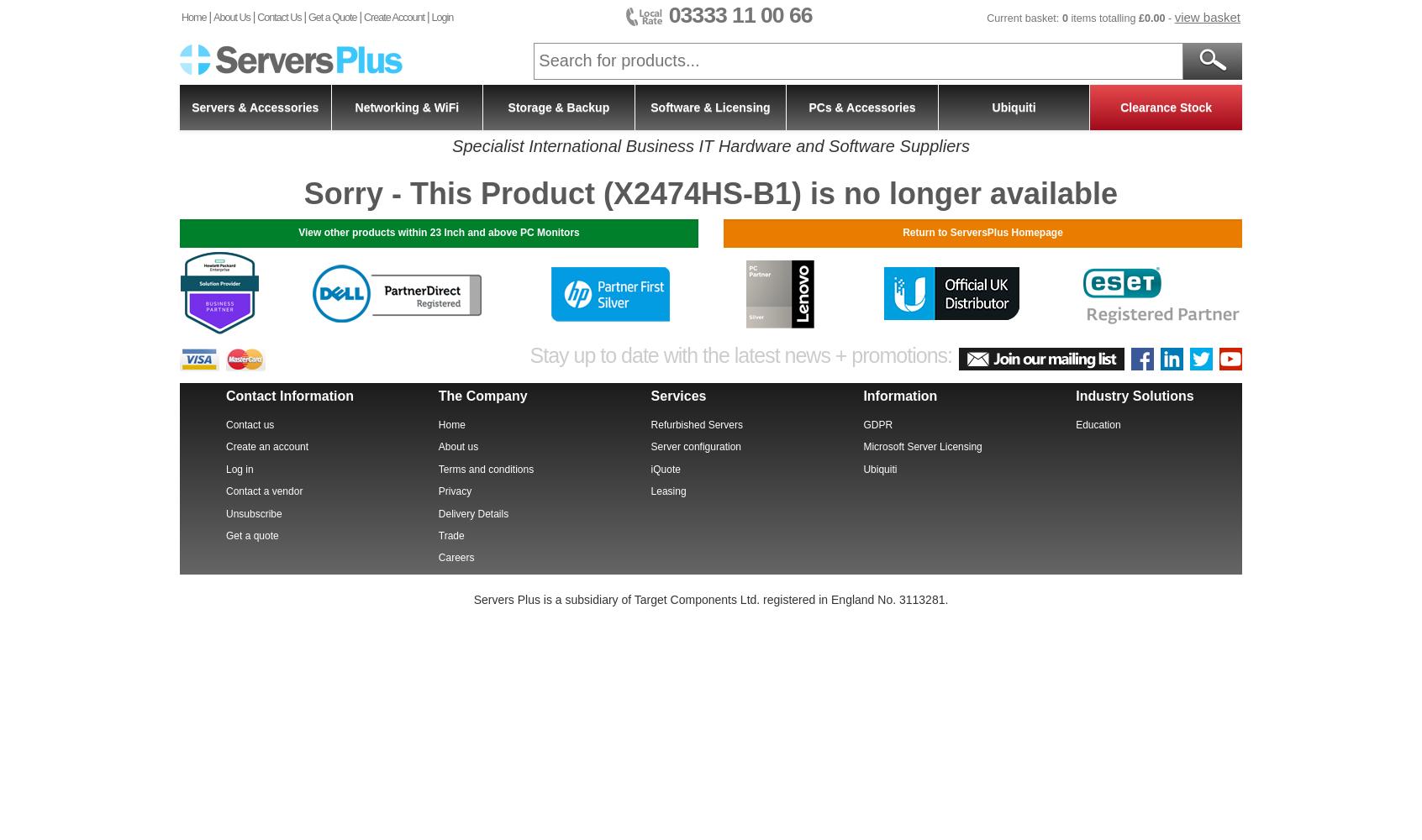 The image size is (1422, 840). What do you see at coordinates (1206, 17) in the screenshot?
I see `'view basket'` at bounding box center [1206, 17].